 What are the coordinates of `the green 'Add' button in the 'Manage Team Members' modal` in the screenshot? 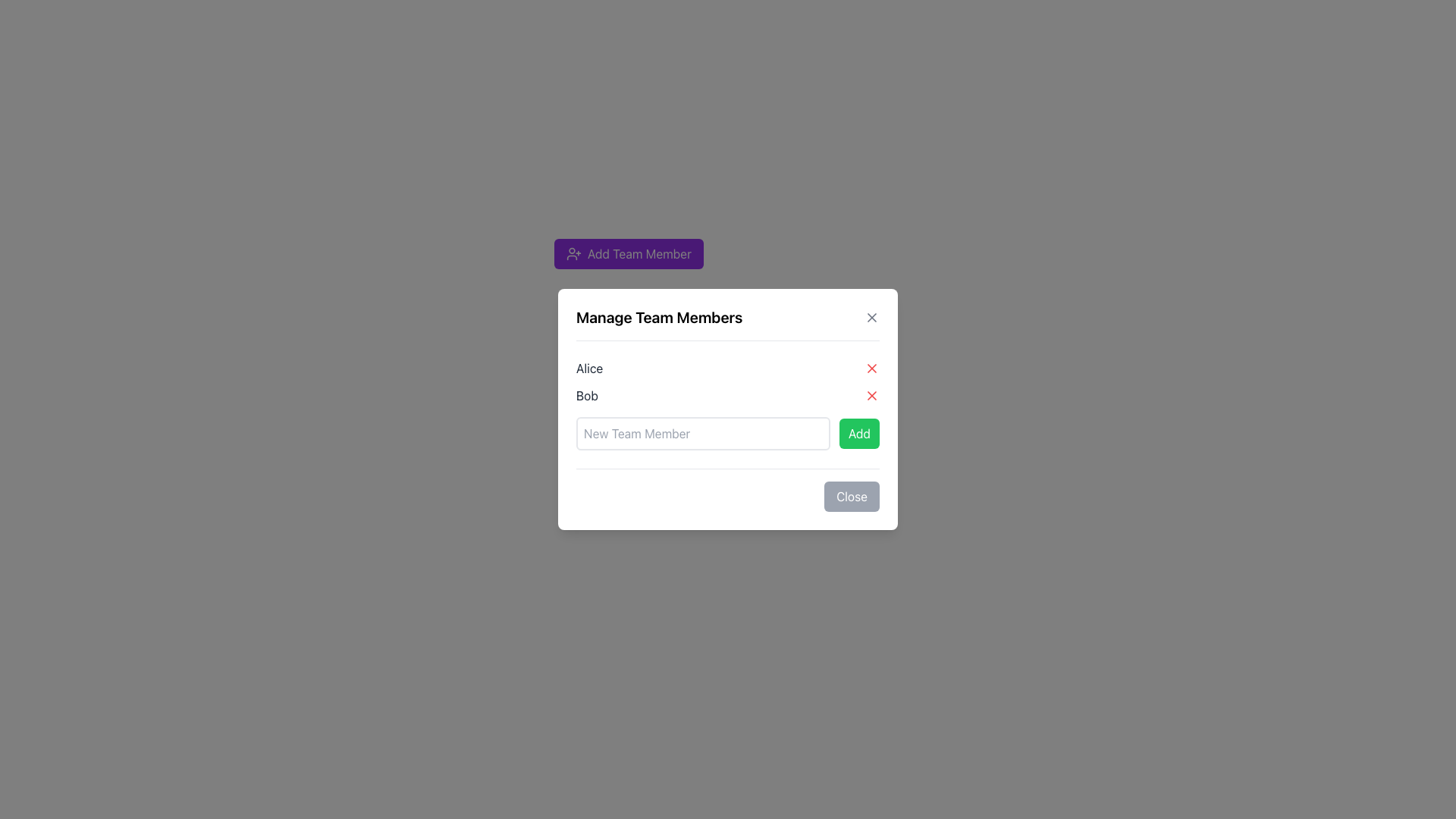 It's located at (859, 433).